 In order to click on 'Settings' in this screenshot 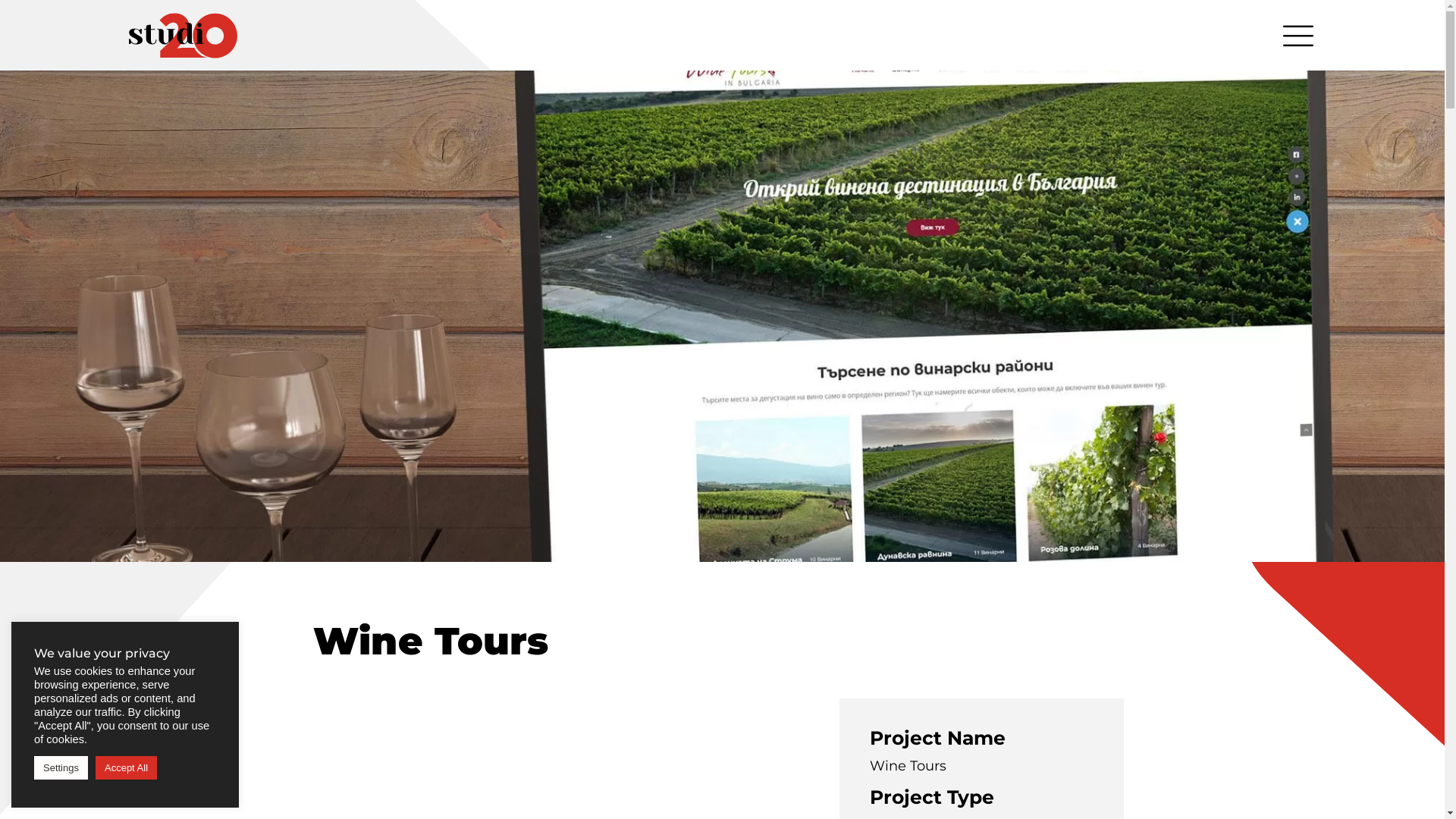, I will do `click(61, 767)`.